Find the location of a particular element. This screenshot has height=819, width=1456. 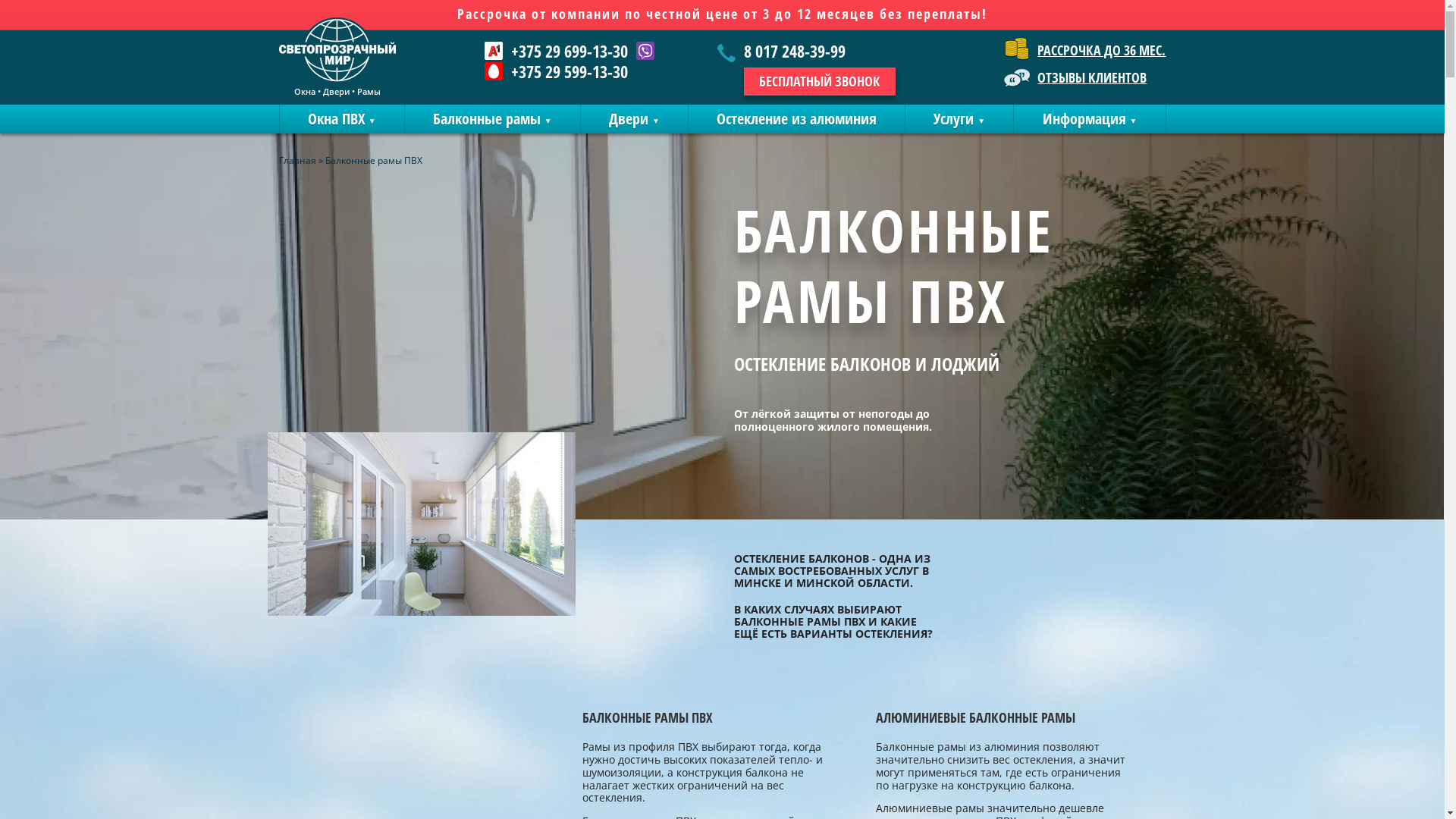

'+375 29 599-13-30' is located at coordinates (555, 71).